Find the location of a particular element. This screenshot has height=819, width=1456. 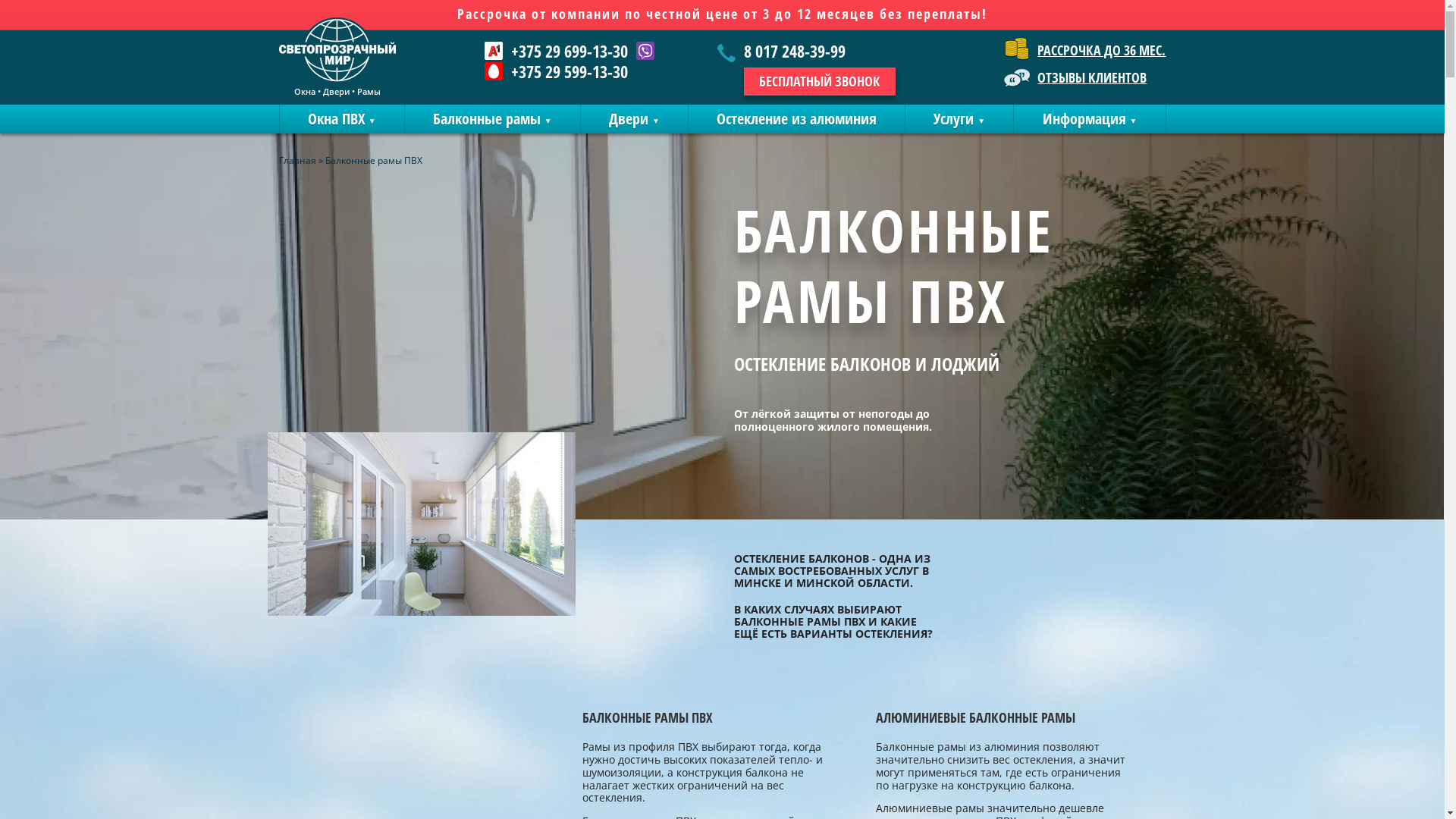

'+375 29 599-13-30' is located at coordinates (555, 71).